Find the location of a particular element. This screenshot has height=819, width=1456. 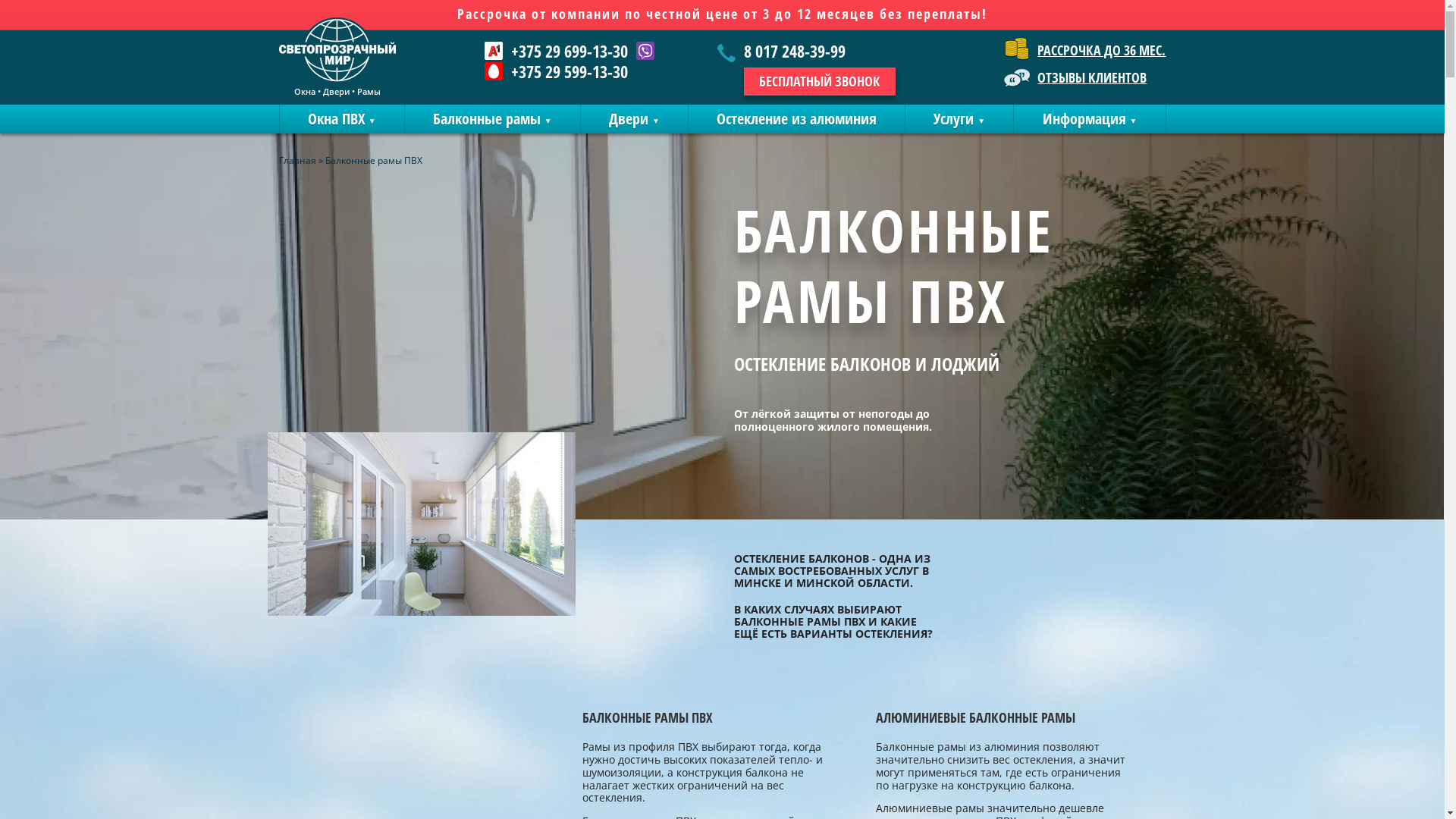

'+375 29 599-13-30' is located at coordinates (555, 71).